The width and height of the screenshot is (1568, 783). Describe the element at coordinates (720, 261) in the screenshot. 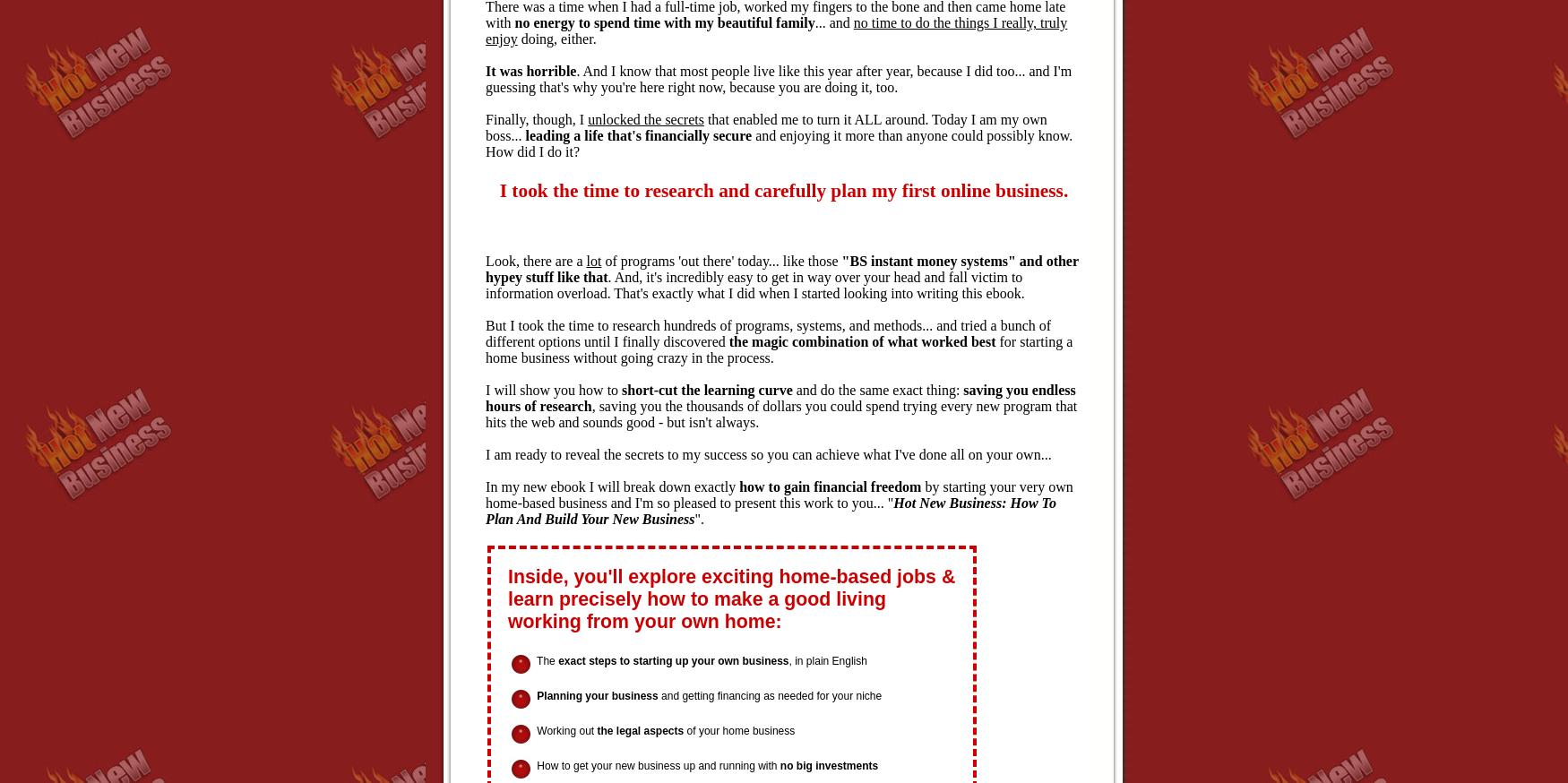

I see `'of programs 'out there' today... like those'` at that location.